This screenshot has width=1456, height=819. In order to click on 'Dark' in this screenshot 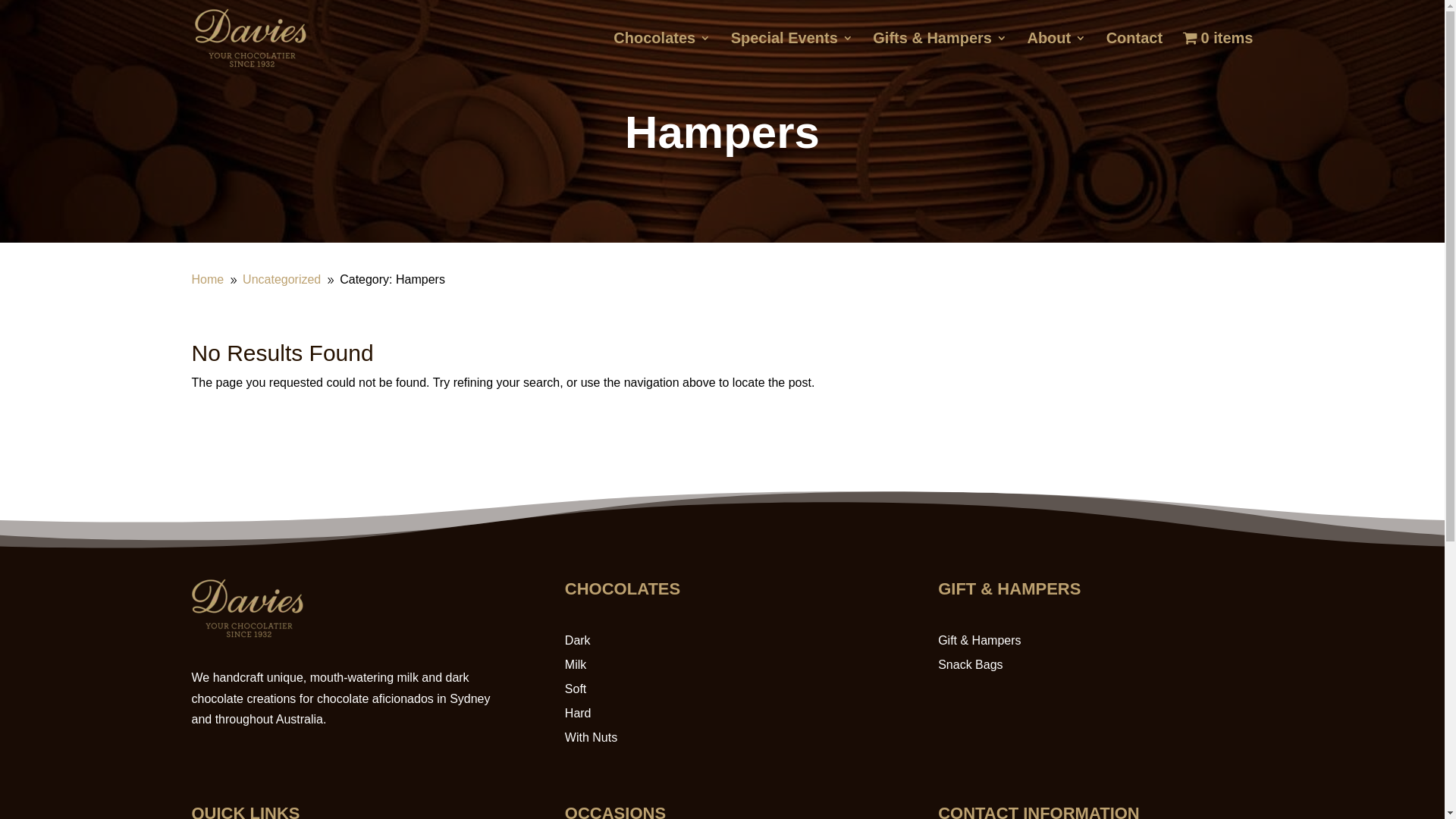, I will do `click(563, 640)`.